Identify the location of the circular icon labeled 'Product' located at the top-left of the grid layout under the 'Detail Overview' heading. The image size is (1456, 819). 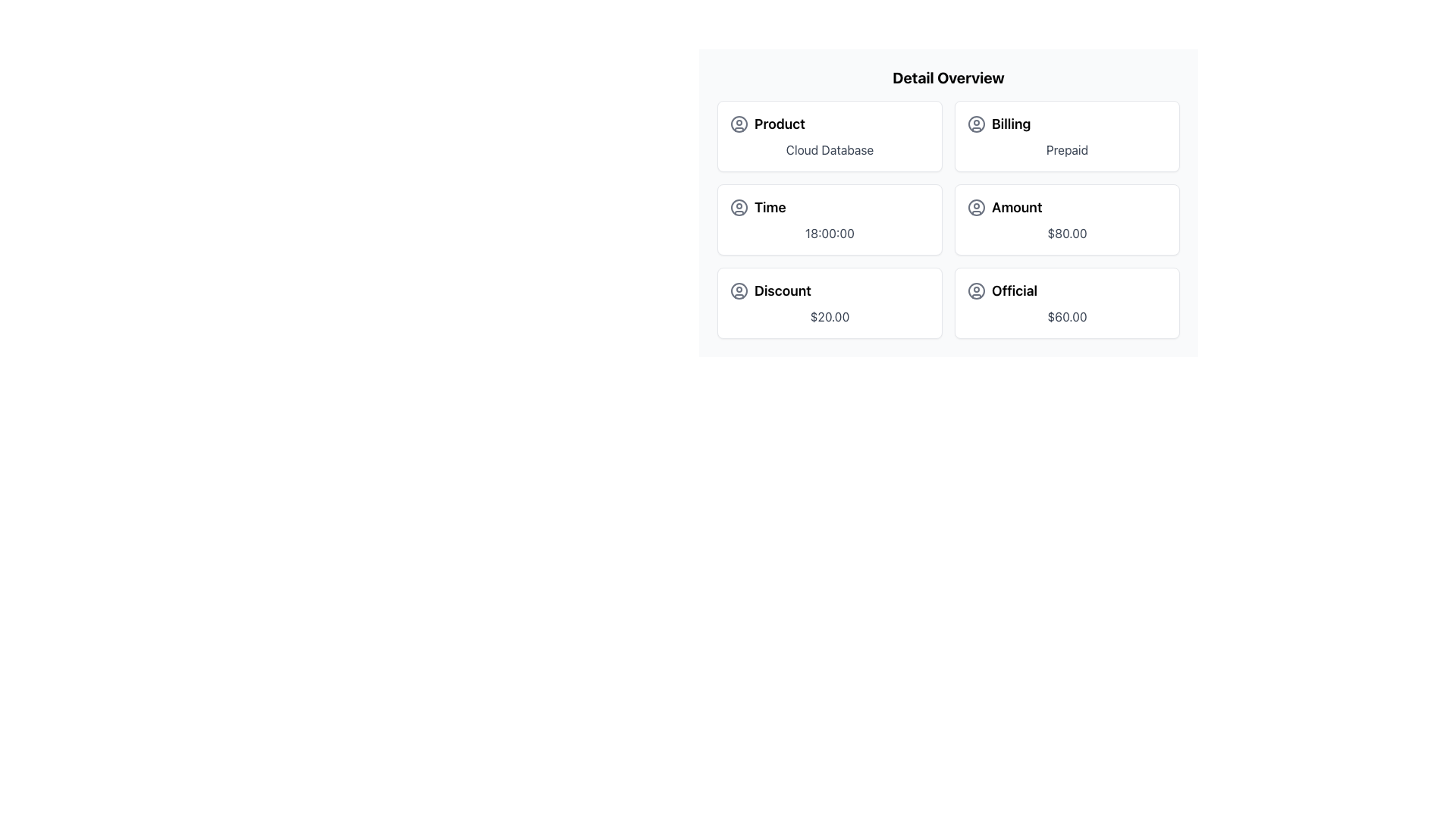
(739, 124).